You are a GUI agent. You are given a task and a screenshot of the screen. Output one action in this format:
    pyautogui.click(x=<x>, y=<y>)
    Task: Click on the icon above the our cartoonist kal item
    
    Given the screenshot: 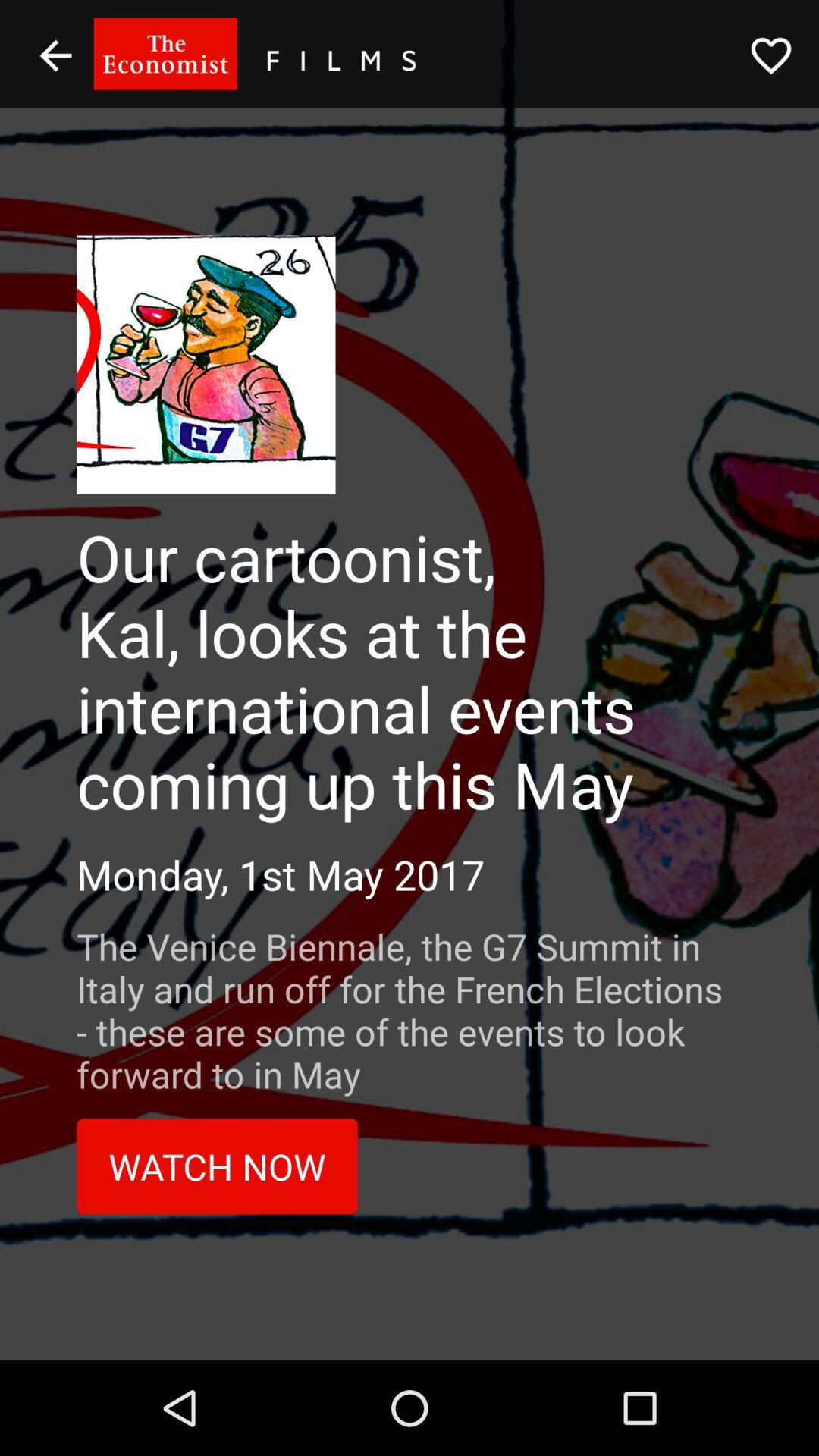 What is the action you would take?
    pyautogui.click(x=771, y=55)
    